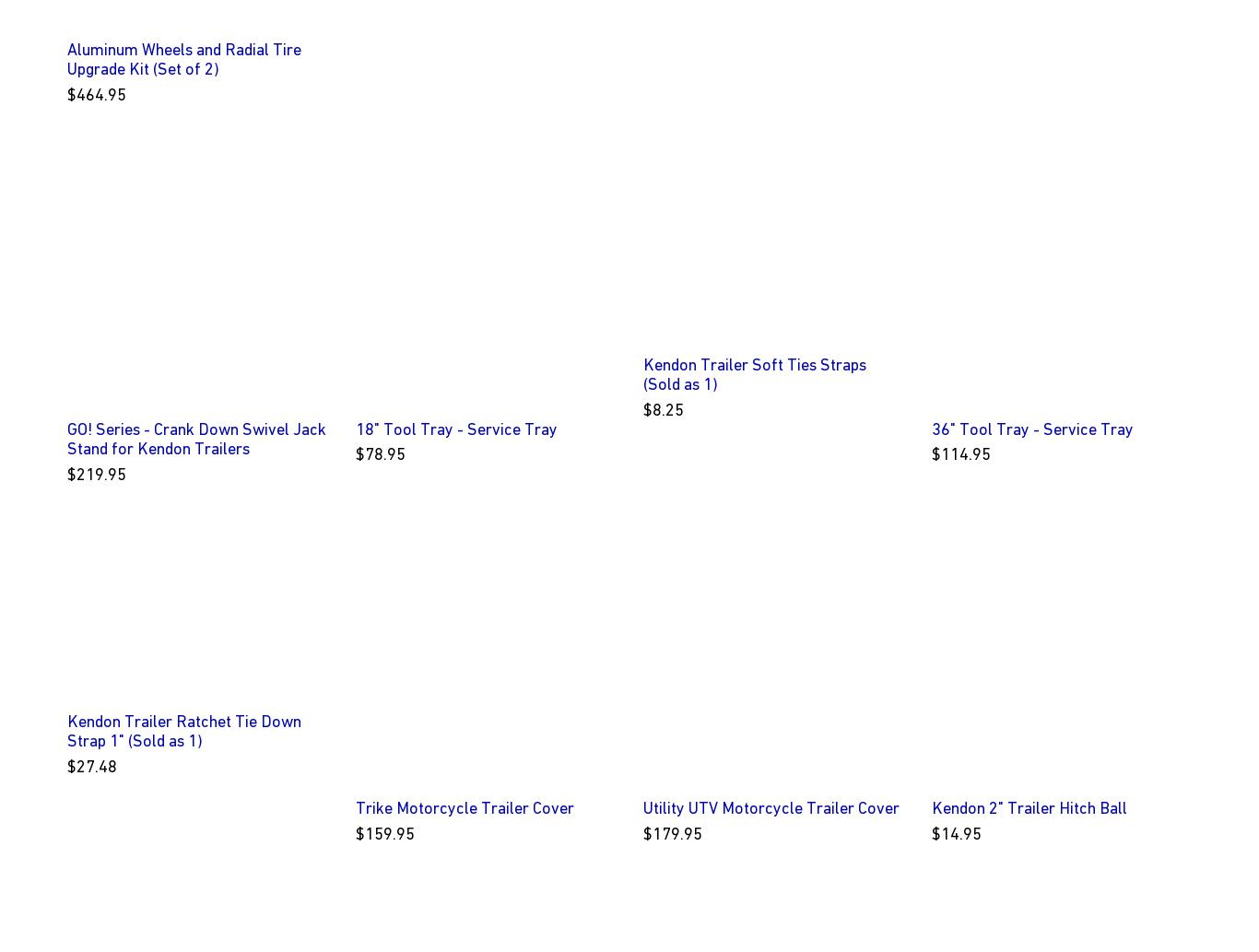 The image size is (1259, 952). I want to click on 'Kendon Trailer Soft Ties Straps (Sold as 1)', so click(754, 373).